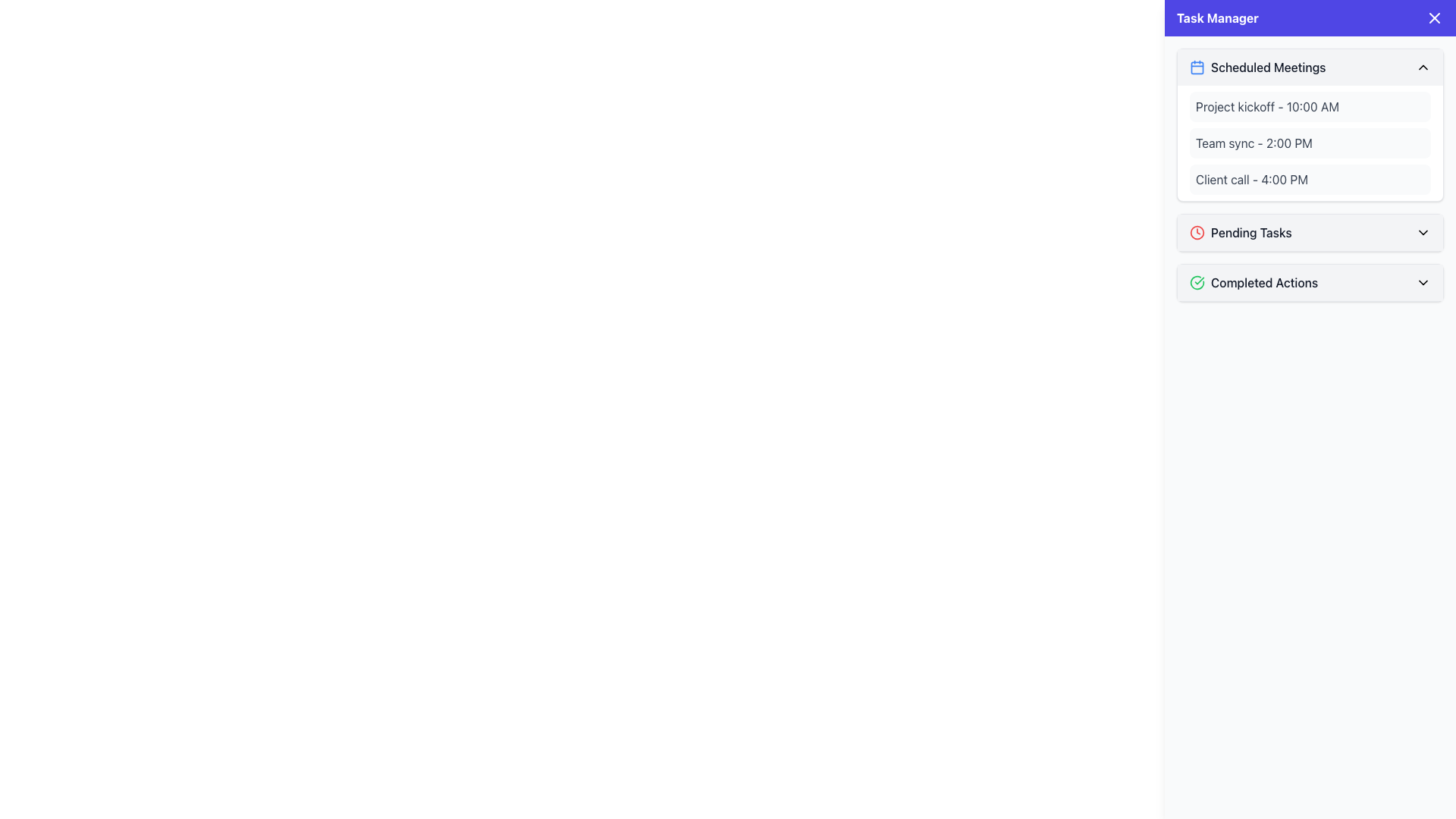  Describe the element at coordinates (1197, 233) in the screenshot. I see `the clock icon that denotes time-related tasks in the 'Pending Tasks' section, located to the left of the 'Pending Tasks' text` at that location.